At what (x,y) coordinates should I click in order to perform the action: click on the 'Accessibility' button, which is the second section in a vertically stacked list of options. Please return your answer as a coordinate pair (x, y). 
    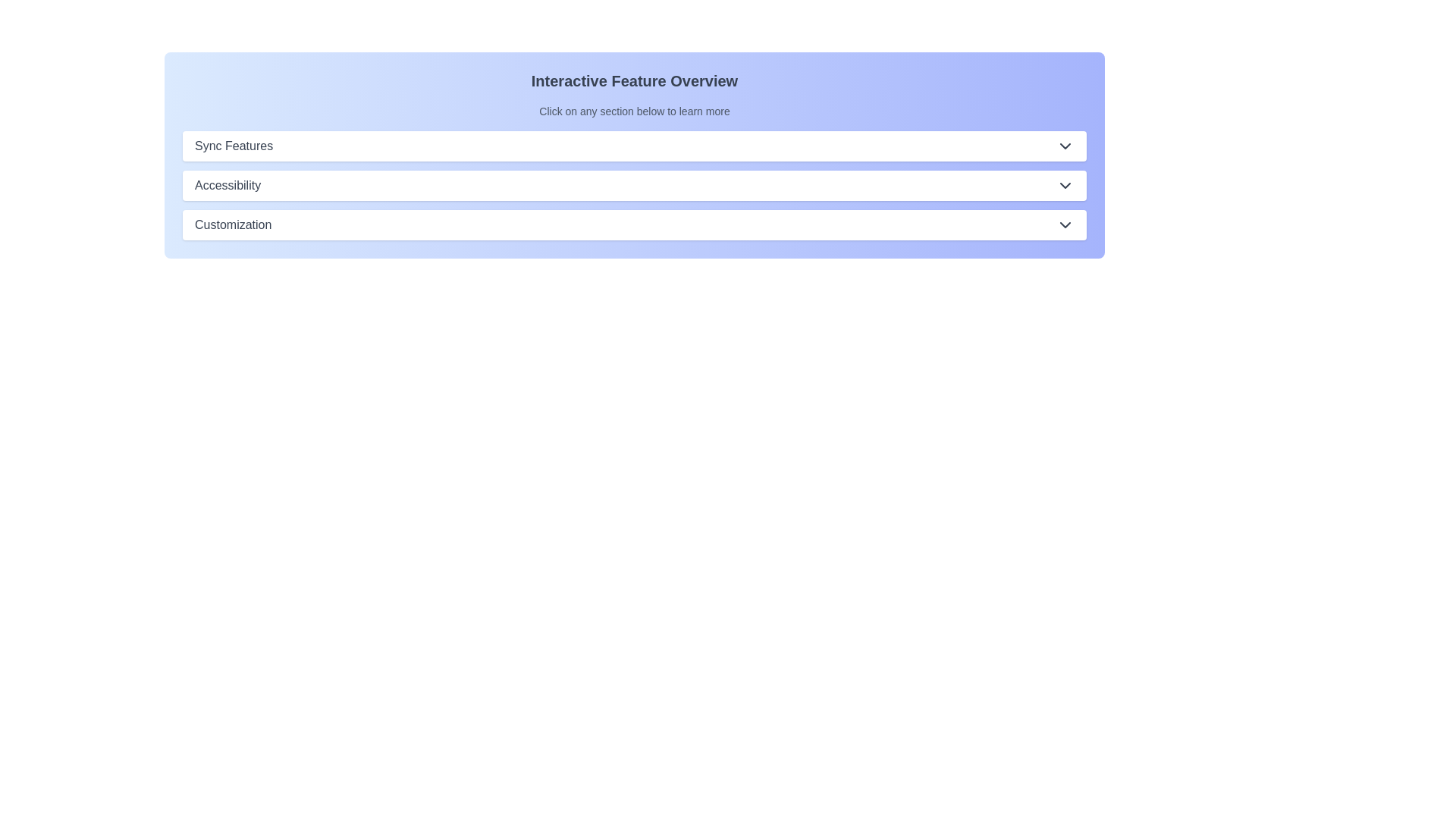
    Looking at the image, I should click on (634, 185).